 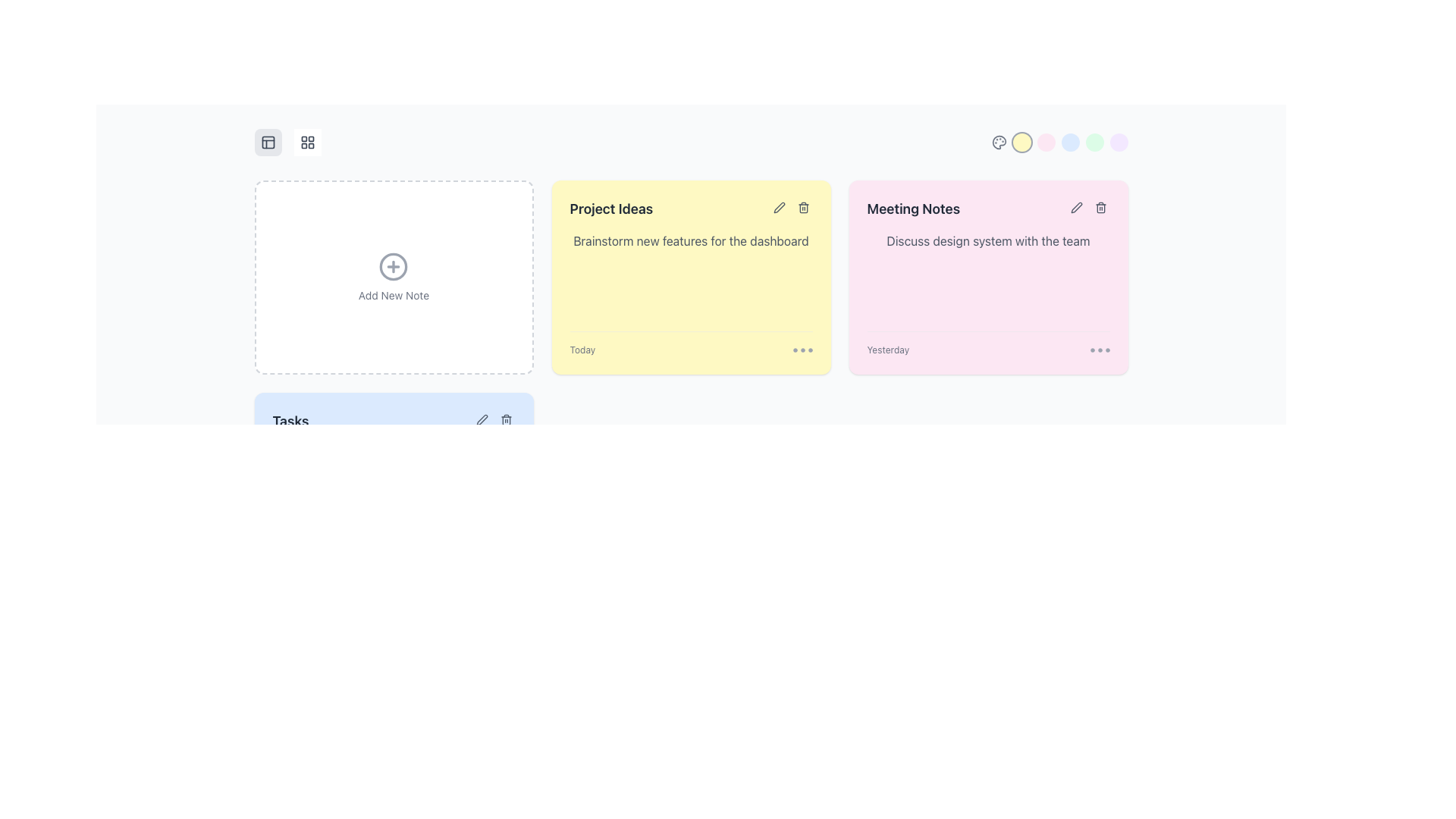 What do you see at coordinates (779, 207) in the screenshot?
I see `the pen icon button located at the top-right section of the yellow 'Project Ideas' card` at bounding box center [779, 207].